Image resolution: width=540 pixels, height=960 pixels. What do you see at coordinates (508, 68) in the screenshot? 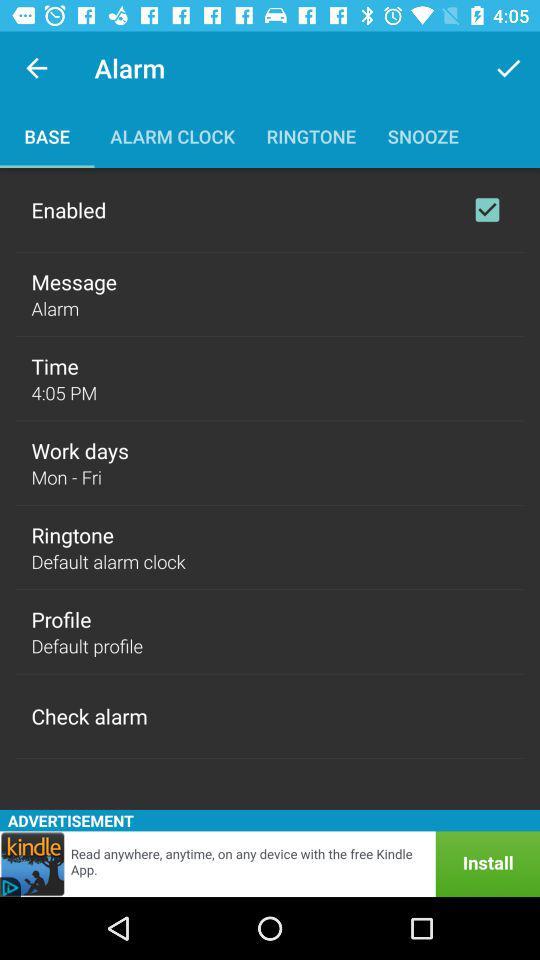
I see `item next to alarm item` at bounding box center [508, 68].